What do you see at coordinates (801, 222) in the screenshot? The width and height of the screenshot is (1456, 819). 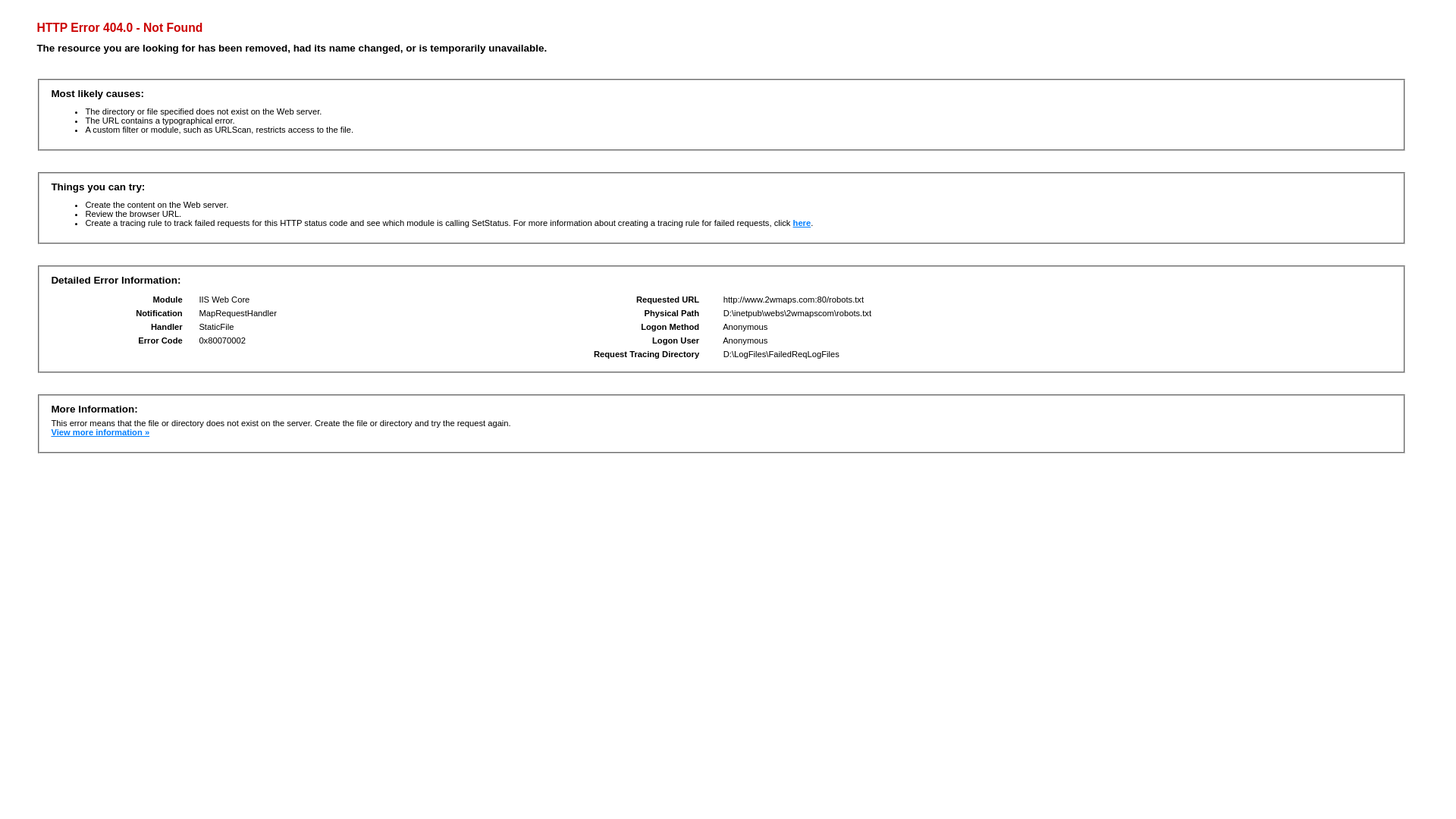 I see `'here'` at bounding box center [801, 222].